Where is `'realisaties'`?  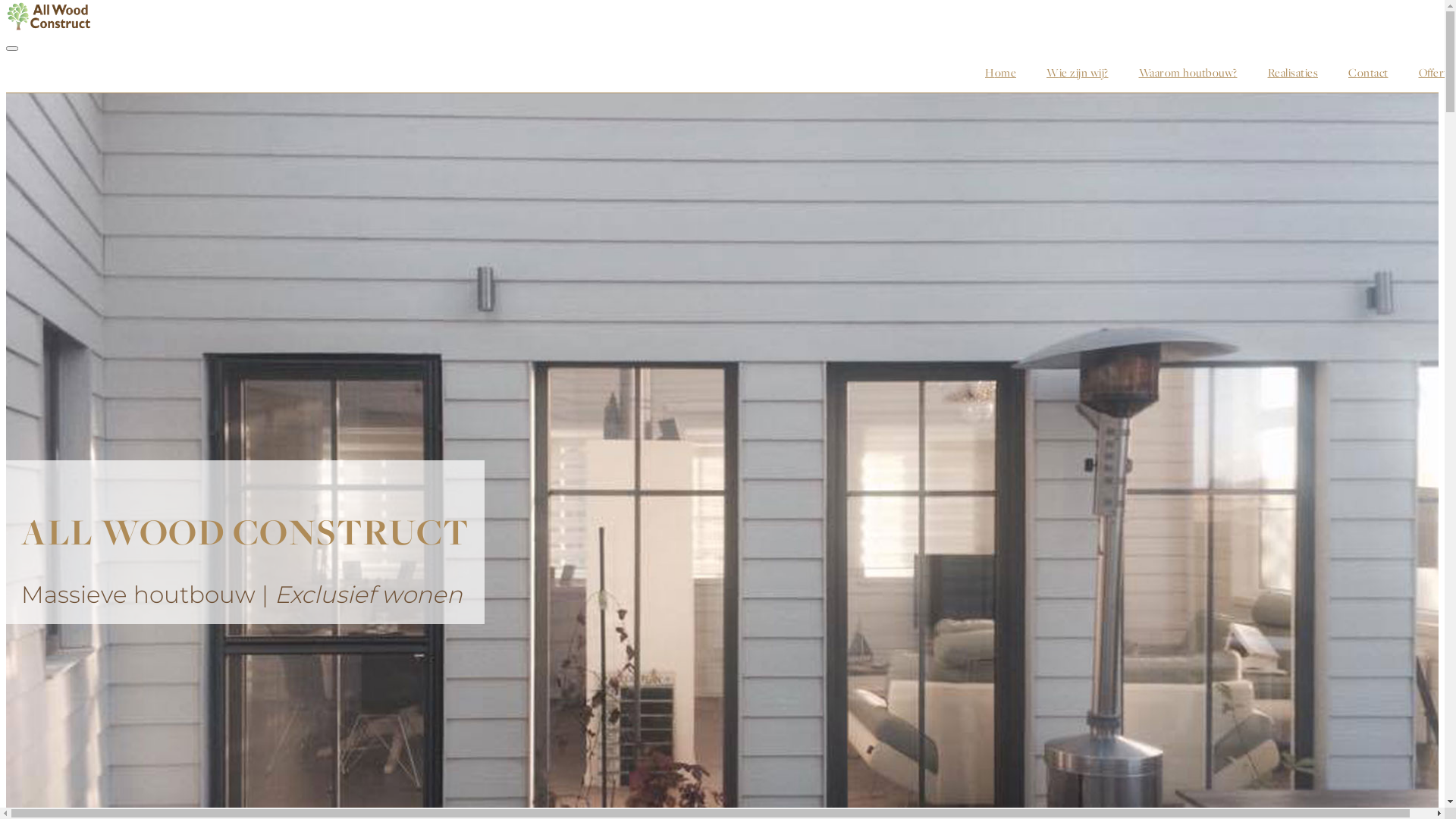
'realisaties' is located at coordinates (1292, 72).